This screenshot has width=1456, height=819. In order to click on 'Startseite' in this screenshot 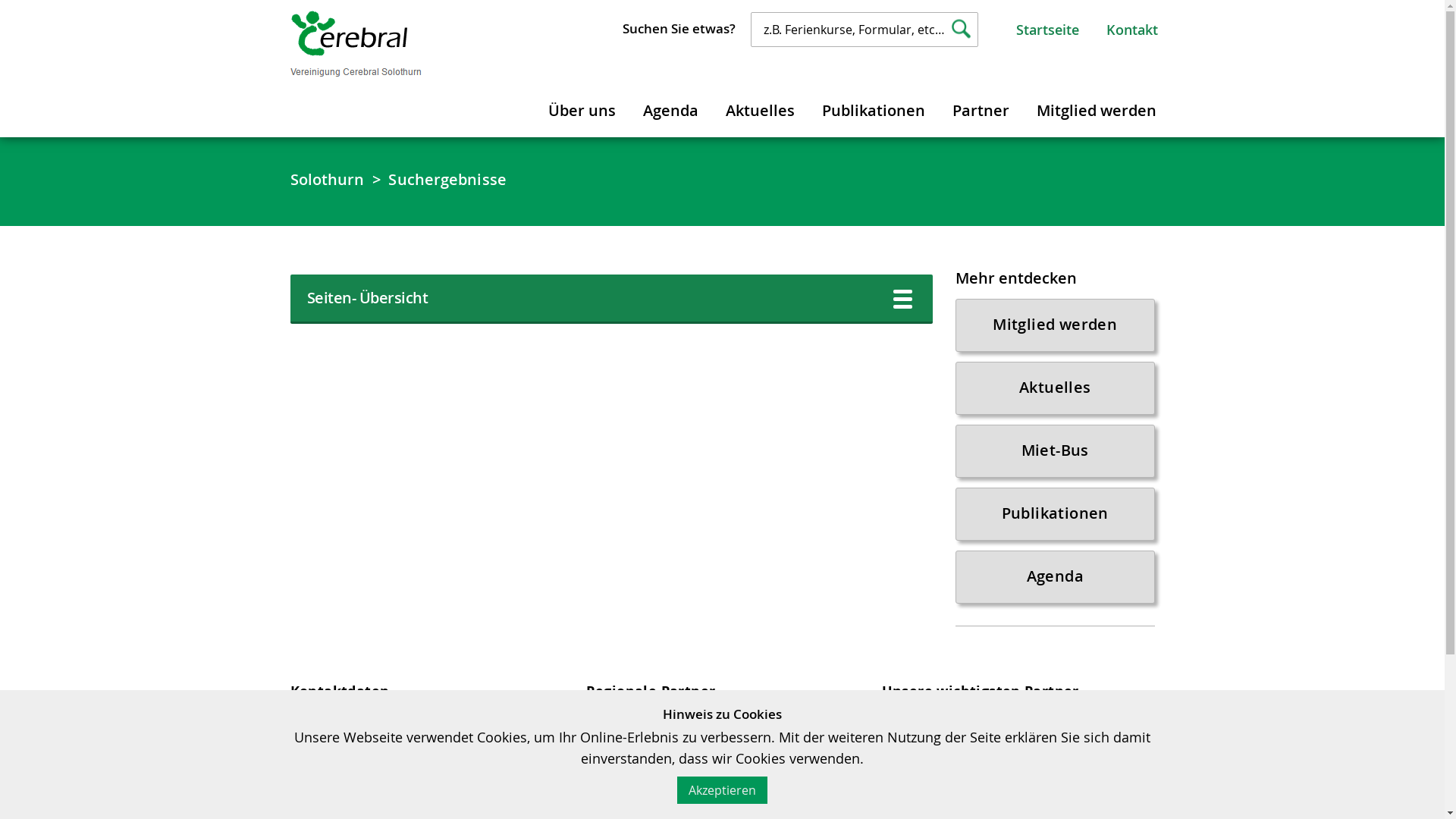, I will do `click(1015, 29)`.